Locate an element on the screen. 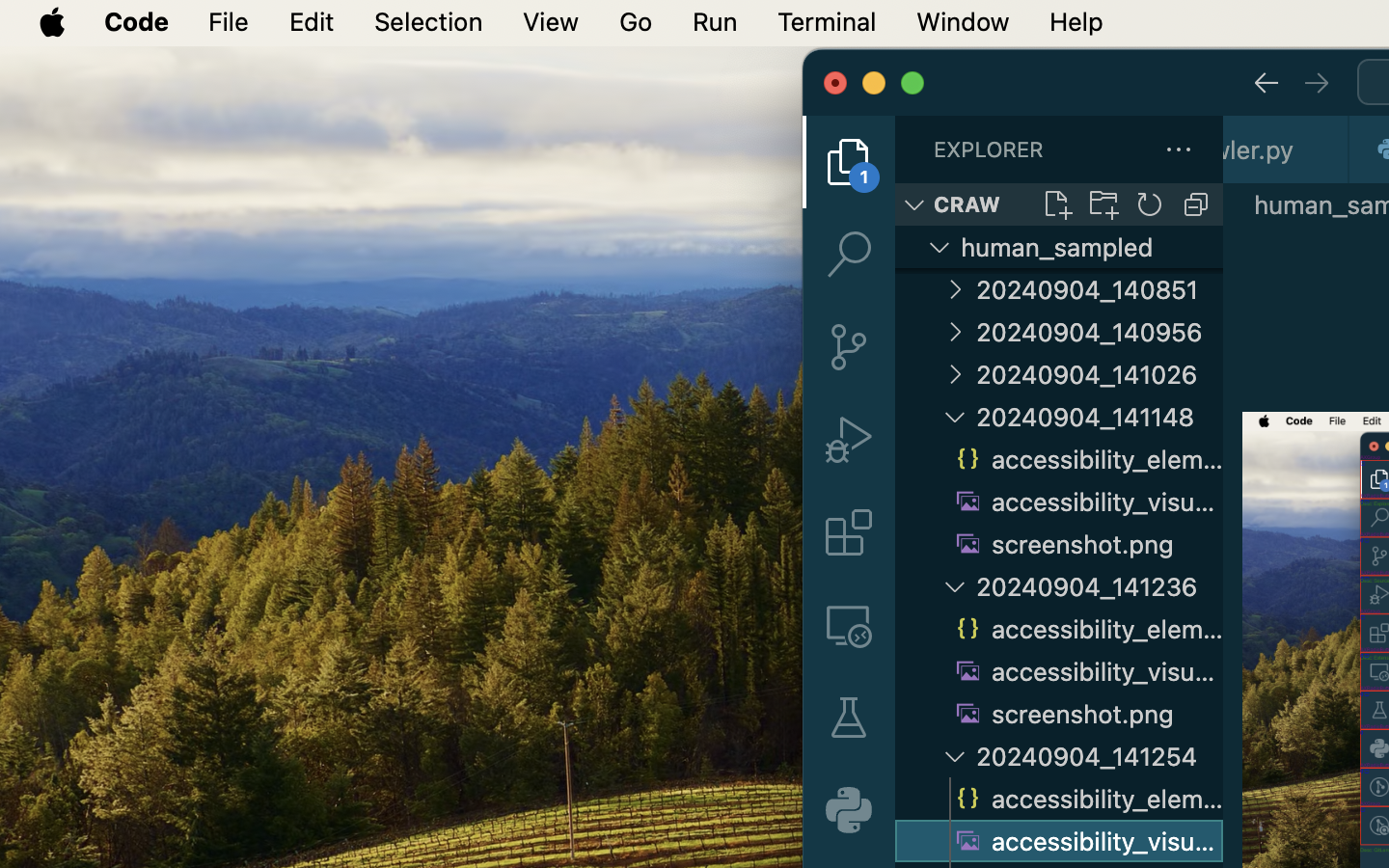 The width and height of the screenshot is (1389, 868). '0 os_crawler.py ' is located at coordinates (1286, 149).